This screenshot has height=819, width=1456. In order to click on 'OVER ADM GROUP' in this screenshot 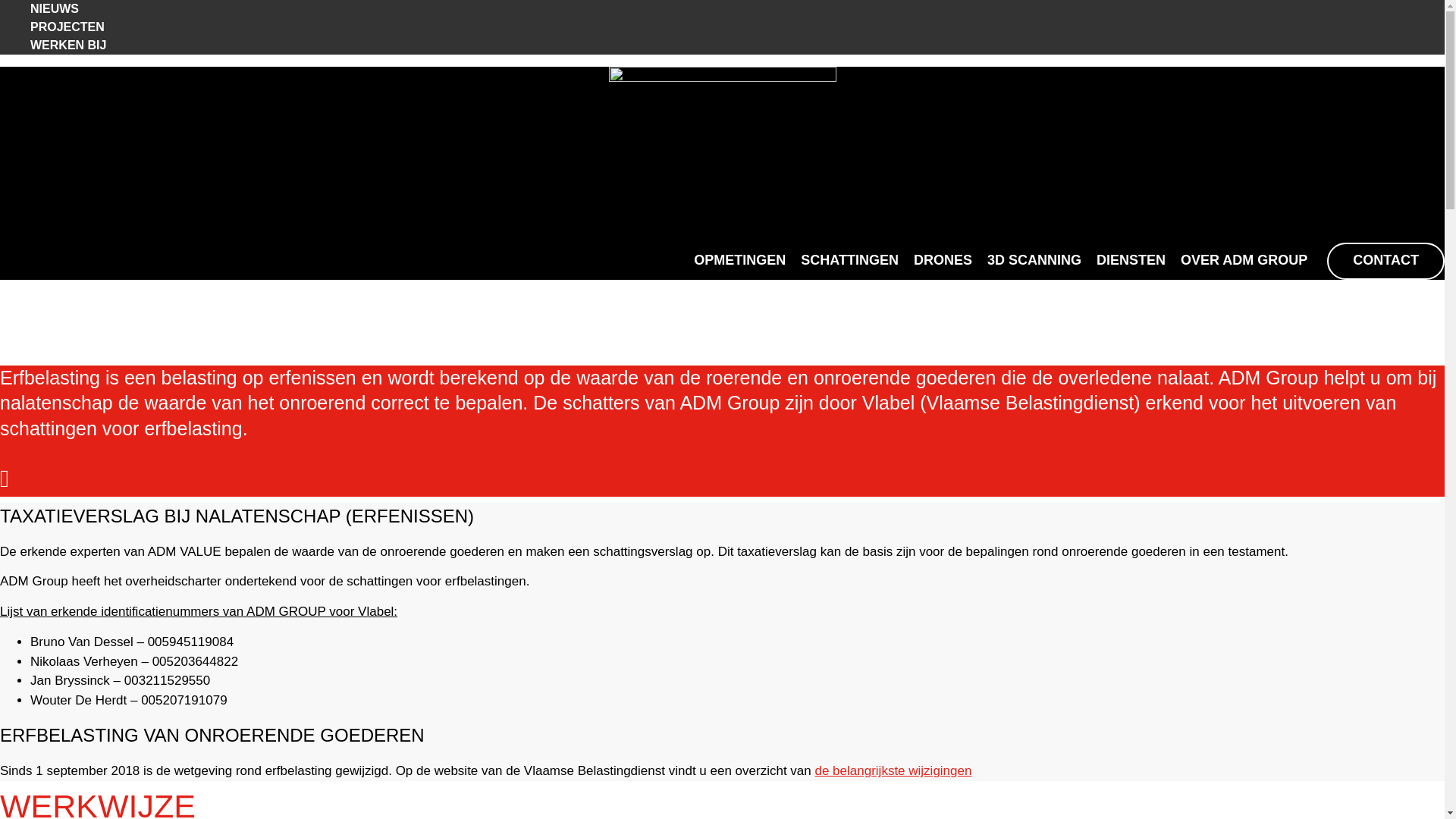, I will do `click(1244, 260)`.